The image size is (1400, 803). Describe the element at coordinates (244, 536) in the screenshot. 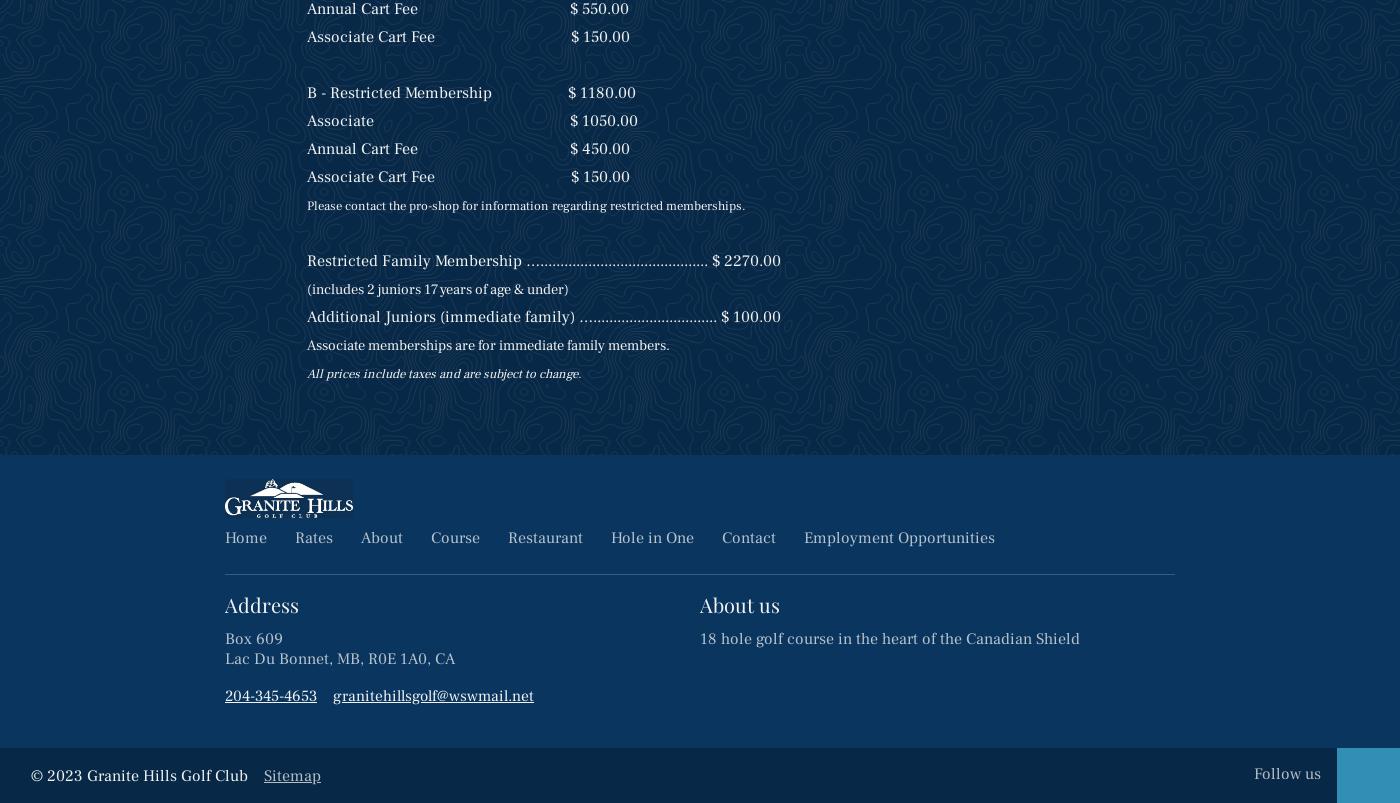

I see `'Home'` at that location.